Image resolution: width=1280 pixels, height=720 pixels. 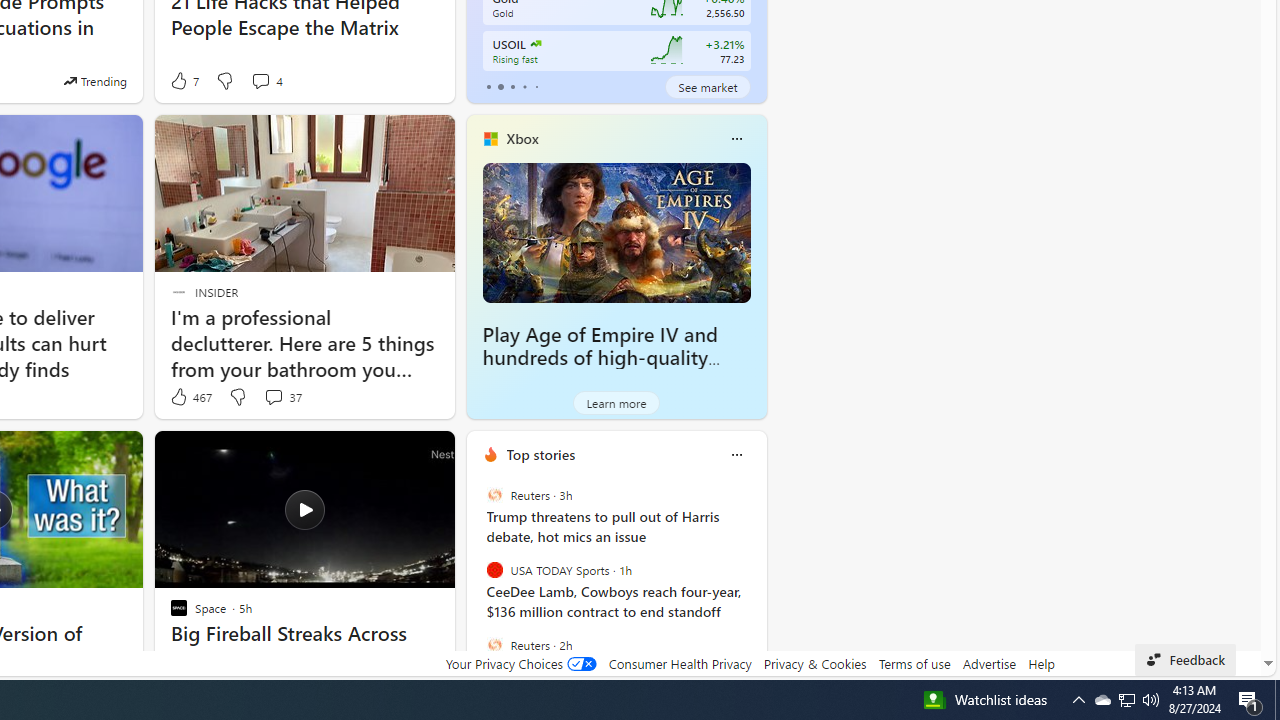 What do you see at coordinates (536, 86) in the screenshot?
I see `'tab-4'` at bounding box center [536, 86].